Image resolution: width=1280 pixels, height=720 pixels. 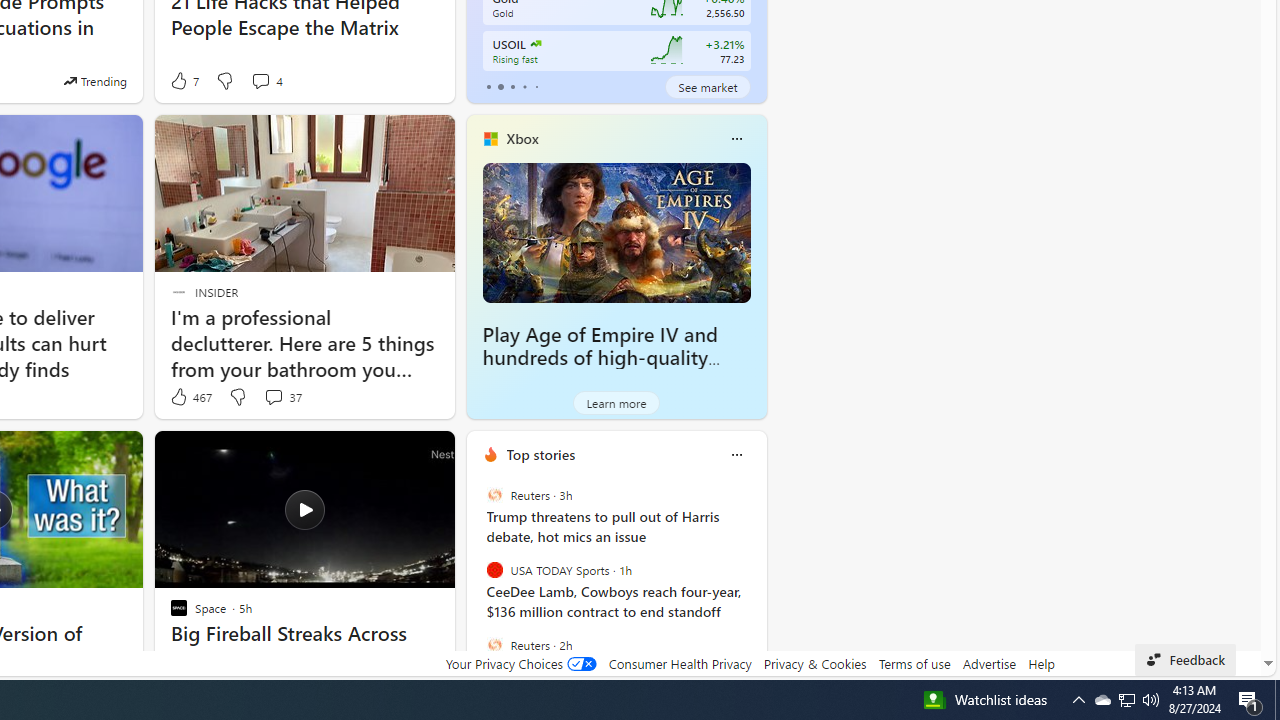 What do you see at coordinates (536, 86) in the screenshot?
I see `'tab-4'` at bounding box center [536, 86].